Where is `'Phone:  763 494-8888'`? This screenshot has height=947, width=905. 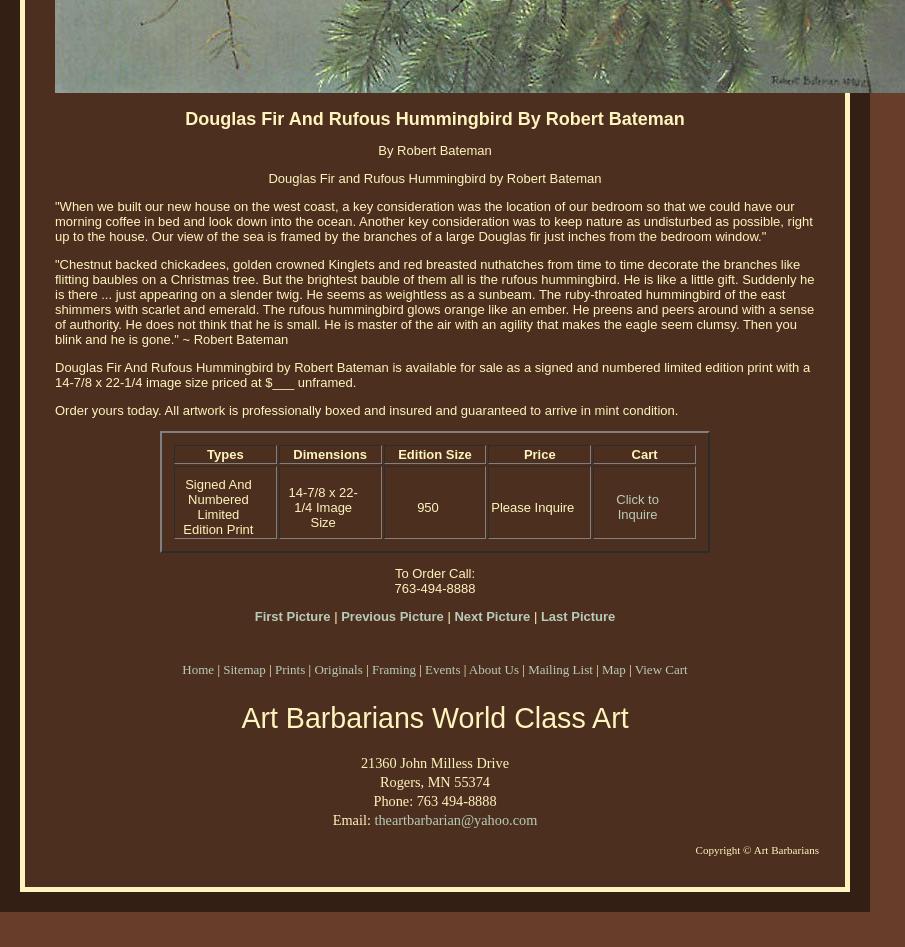
'Phone:  763 494-8888' is located at coordinates (373, 800).